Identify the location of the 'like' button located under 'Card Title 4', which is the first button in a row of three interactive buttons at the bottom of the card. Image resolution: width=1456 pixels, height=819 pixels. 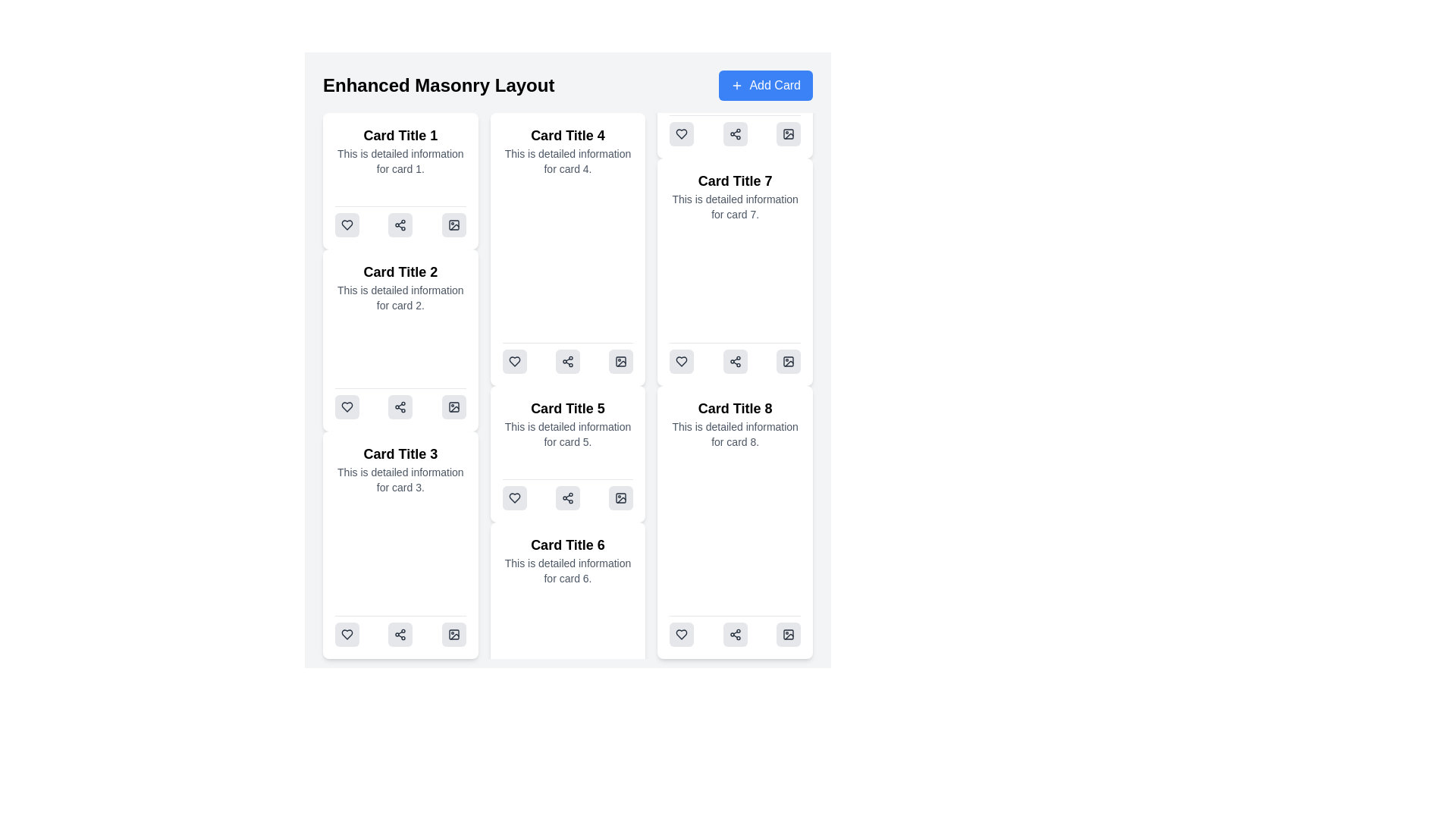
(514, 362).